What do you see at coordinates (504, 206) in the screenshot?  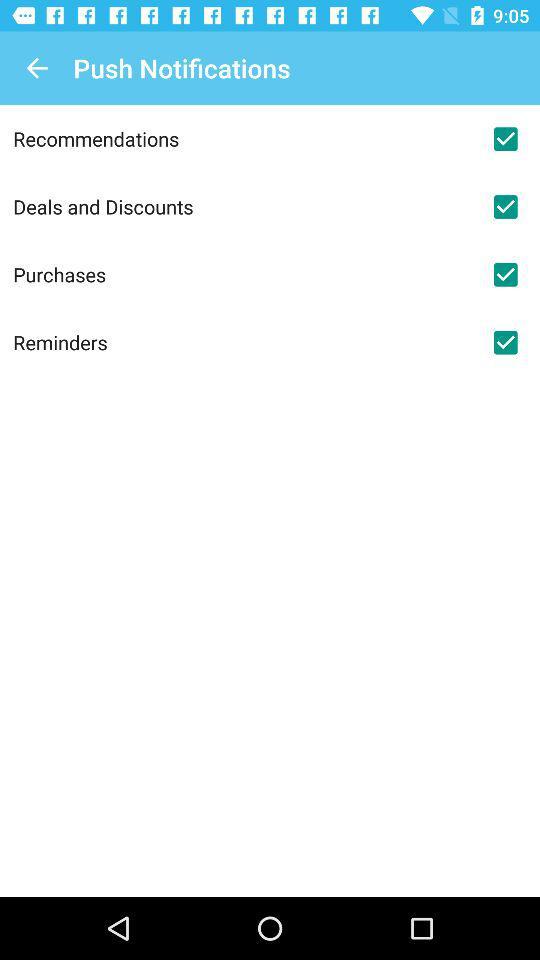 I see `allow deals and discounts notifications` at bounding box center [504, 206].